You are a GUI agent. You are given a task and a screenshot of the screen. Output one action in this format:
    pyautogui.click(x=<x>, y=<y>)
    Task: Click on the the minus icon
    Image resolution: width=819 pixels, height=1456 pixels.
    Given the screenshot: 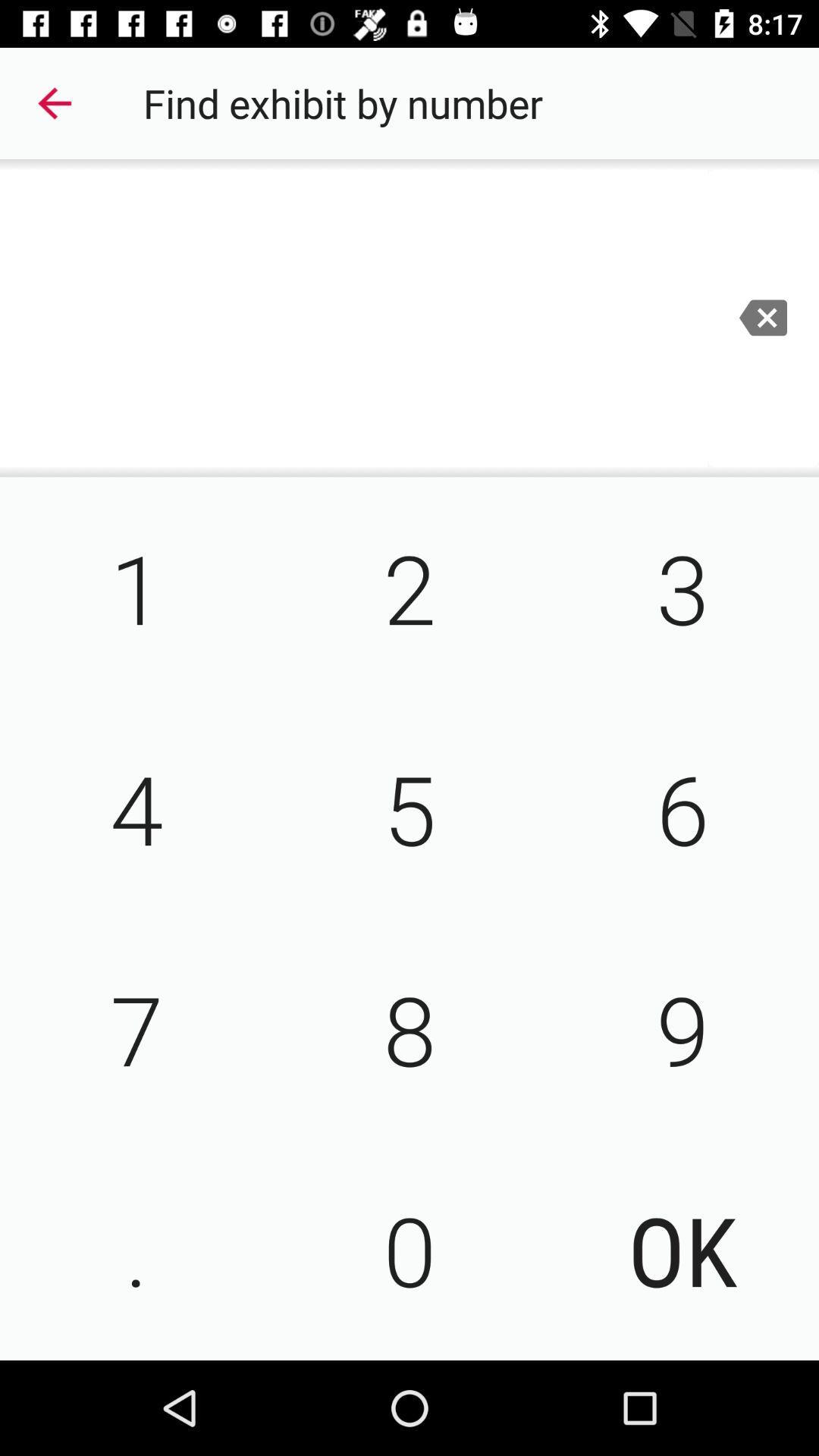 What is the action you would take?
    pyautogui.click(x=763, y=317)
    